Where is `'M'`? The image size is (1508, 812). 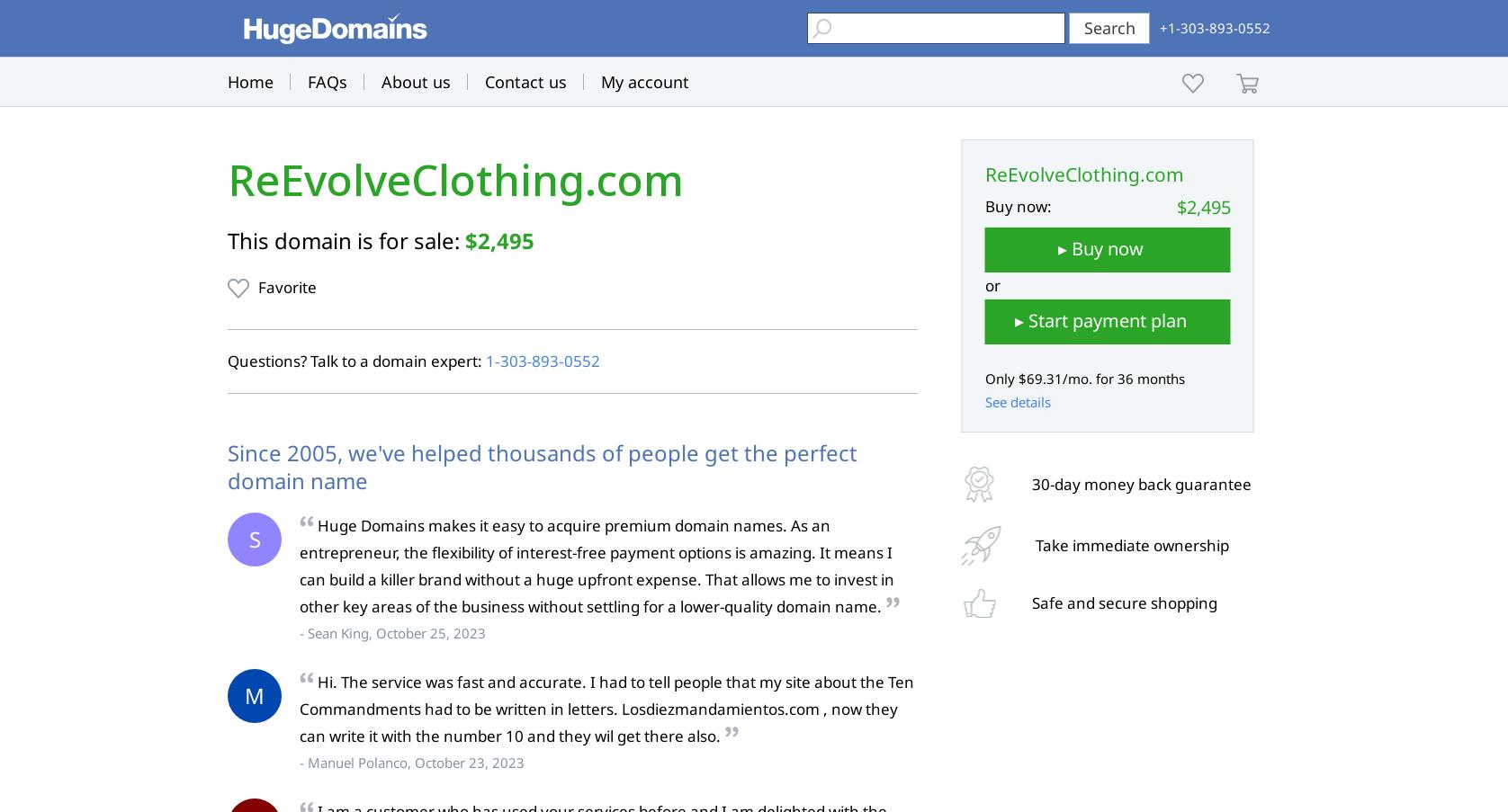 'M' is located at coordinates (254, 695).